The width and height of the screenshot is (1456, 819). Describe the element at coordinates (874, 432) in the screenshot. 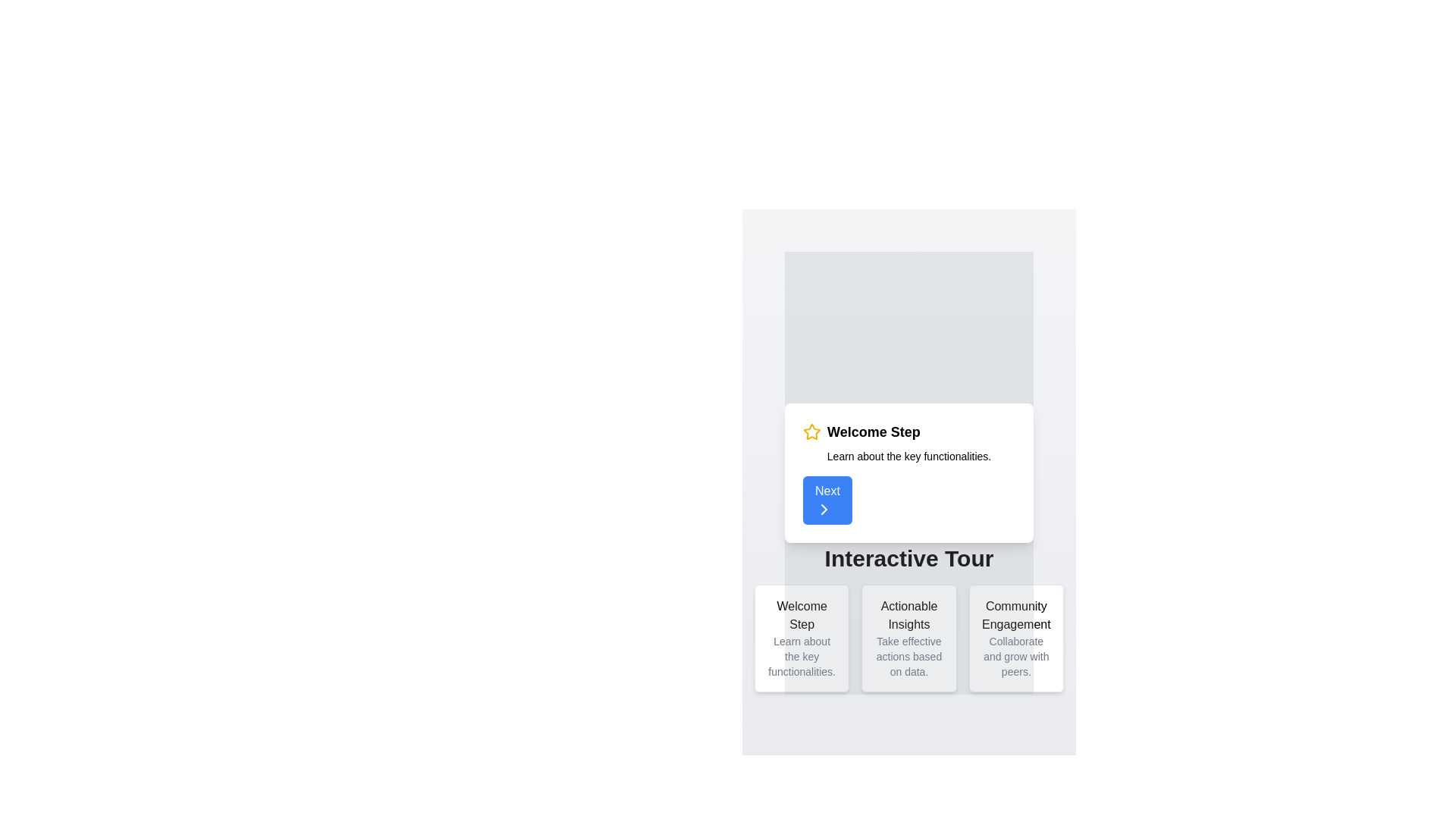

I see `the 'Welcome Step' text label, which is a bold and large font label located towards the center-right of a light box in a pop-up card` at that location.